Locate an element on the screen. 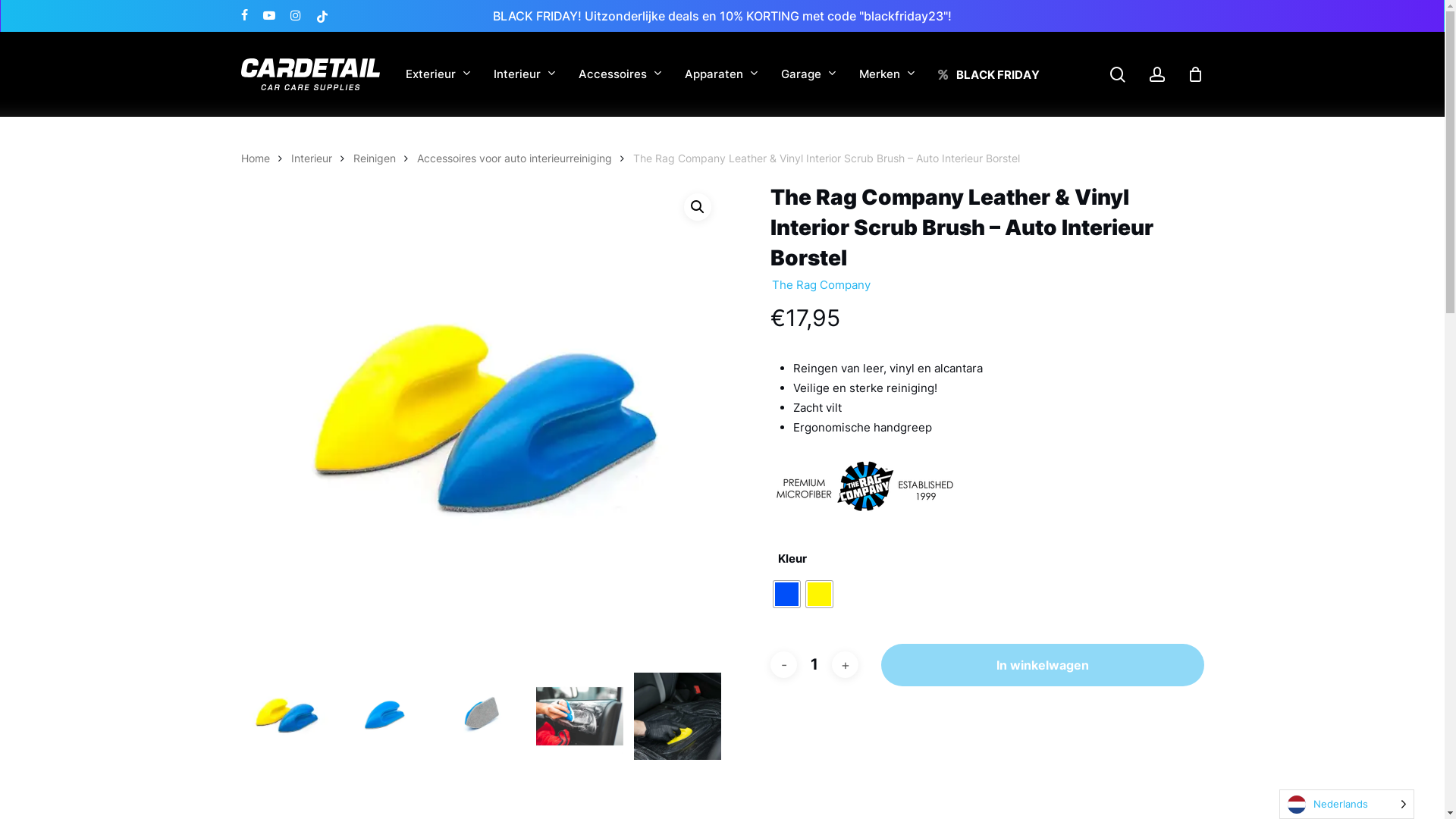 The height and width of the screenshot is (819, 1456). 'Geel' is located at coordinates (818, 593).